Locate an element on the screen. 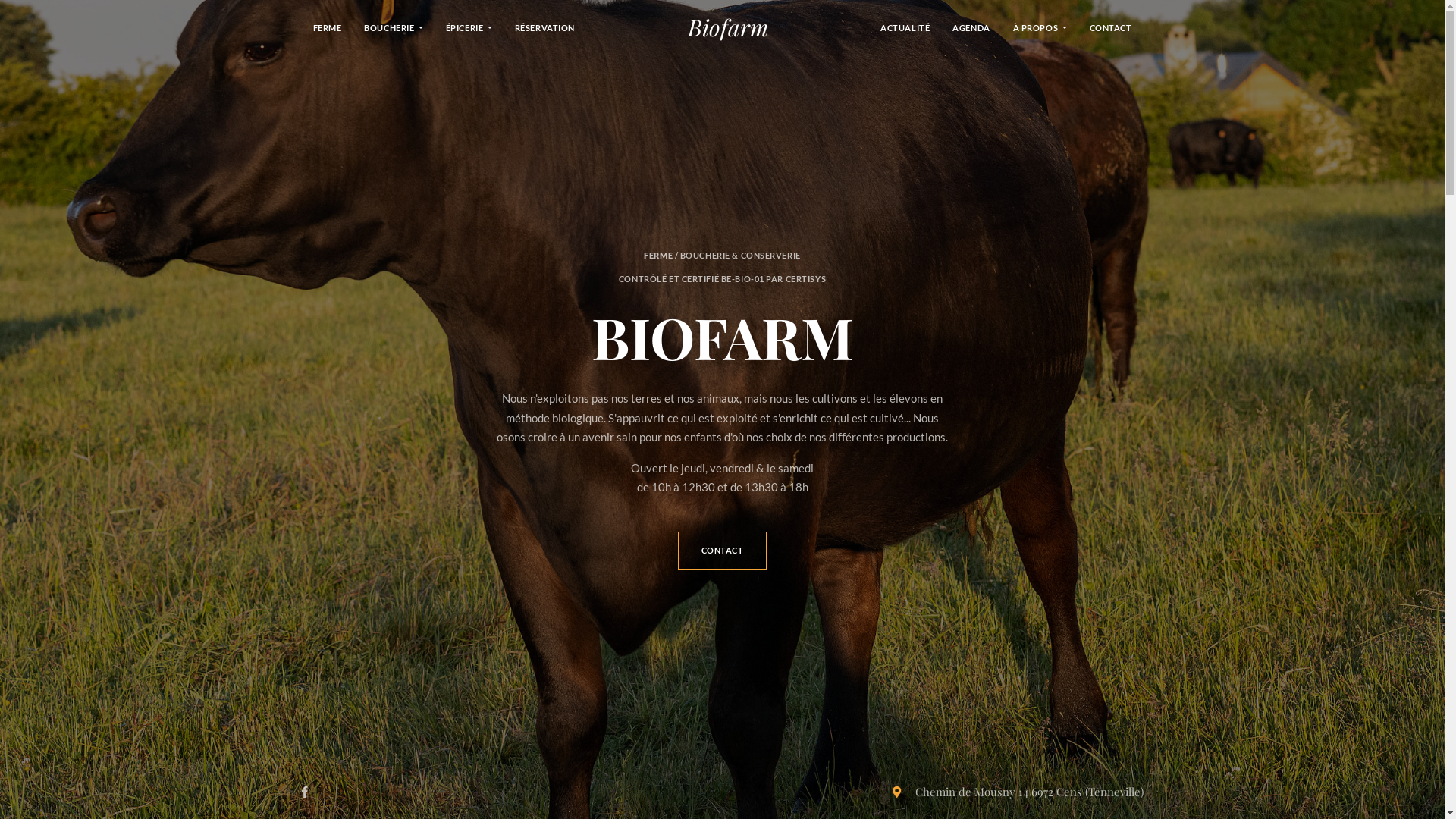  'AGENDA' is located at coordinates (971, 27).